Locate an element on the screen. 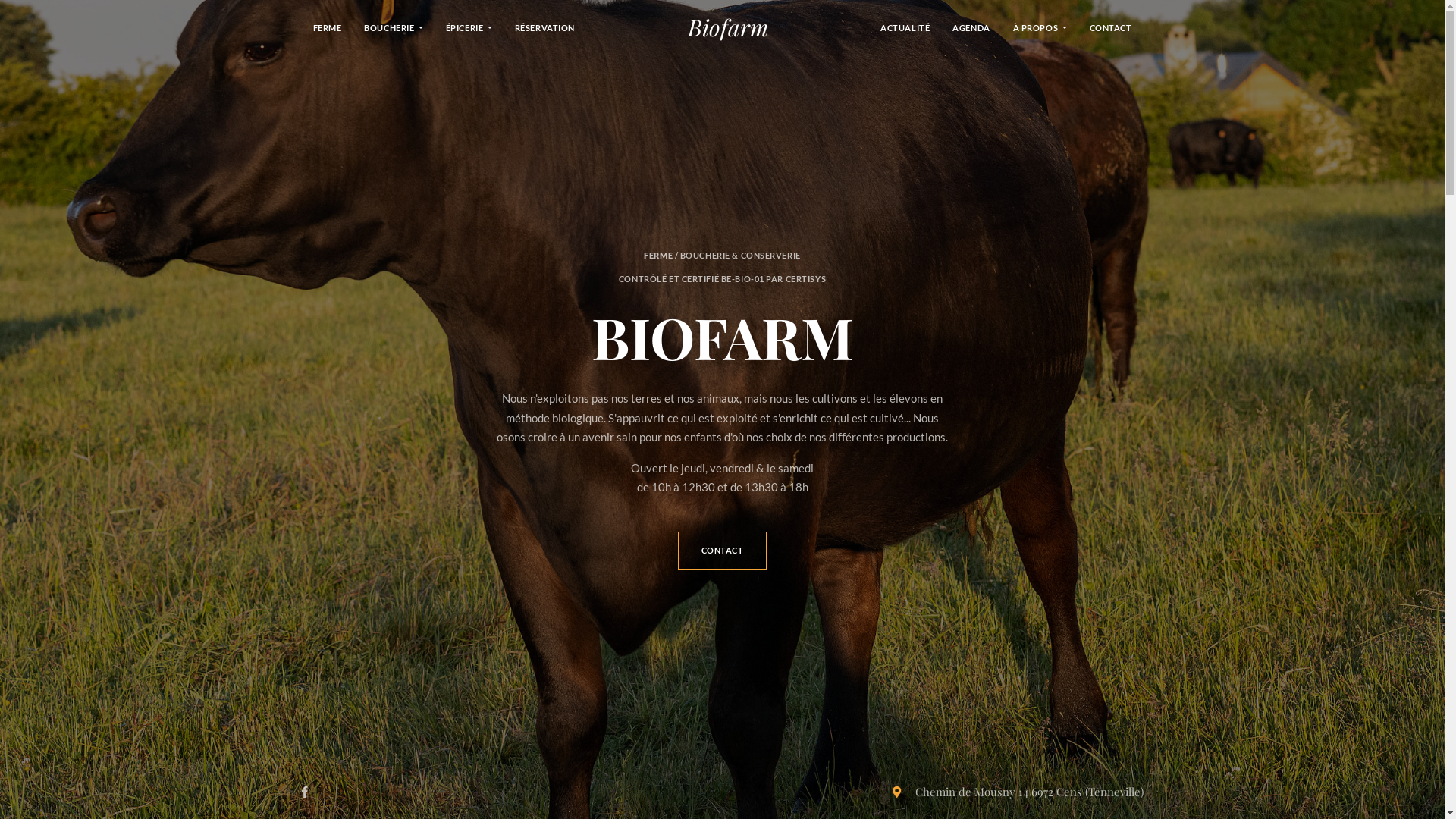  'AGENDA' is located at coordinates (971, 27).